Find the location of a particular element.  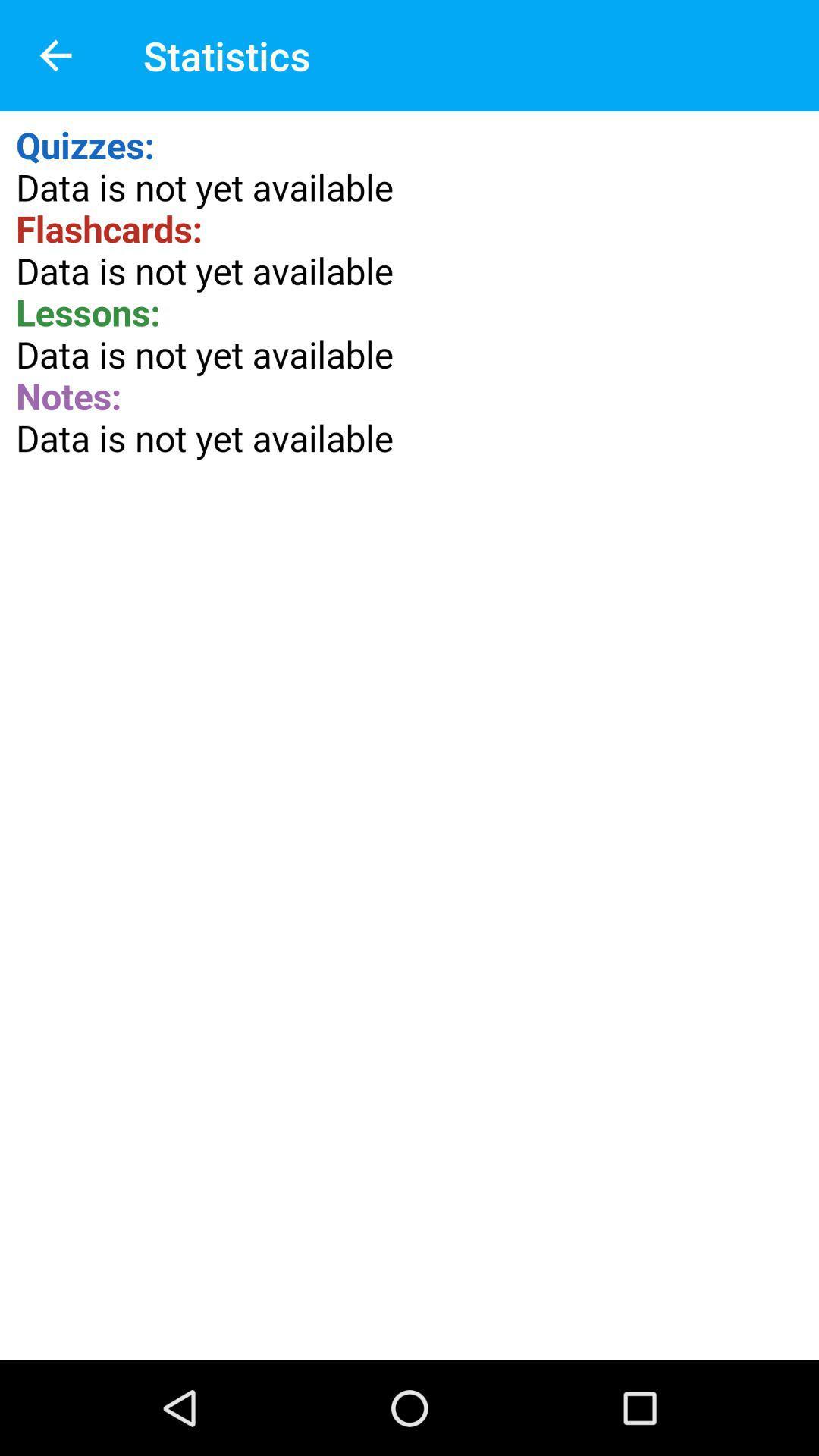

the icon next to statistics icon is located at coordinates (55, 55).